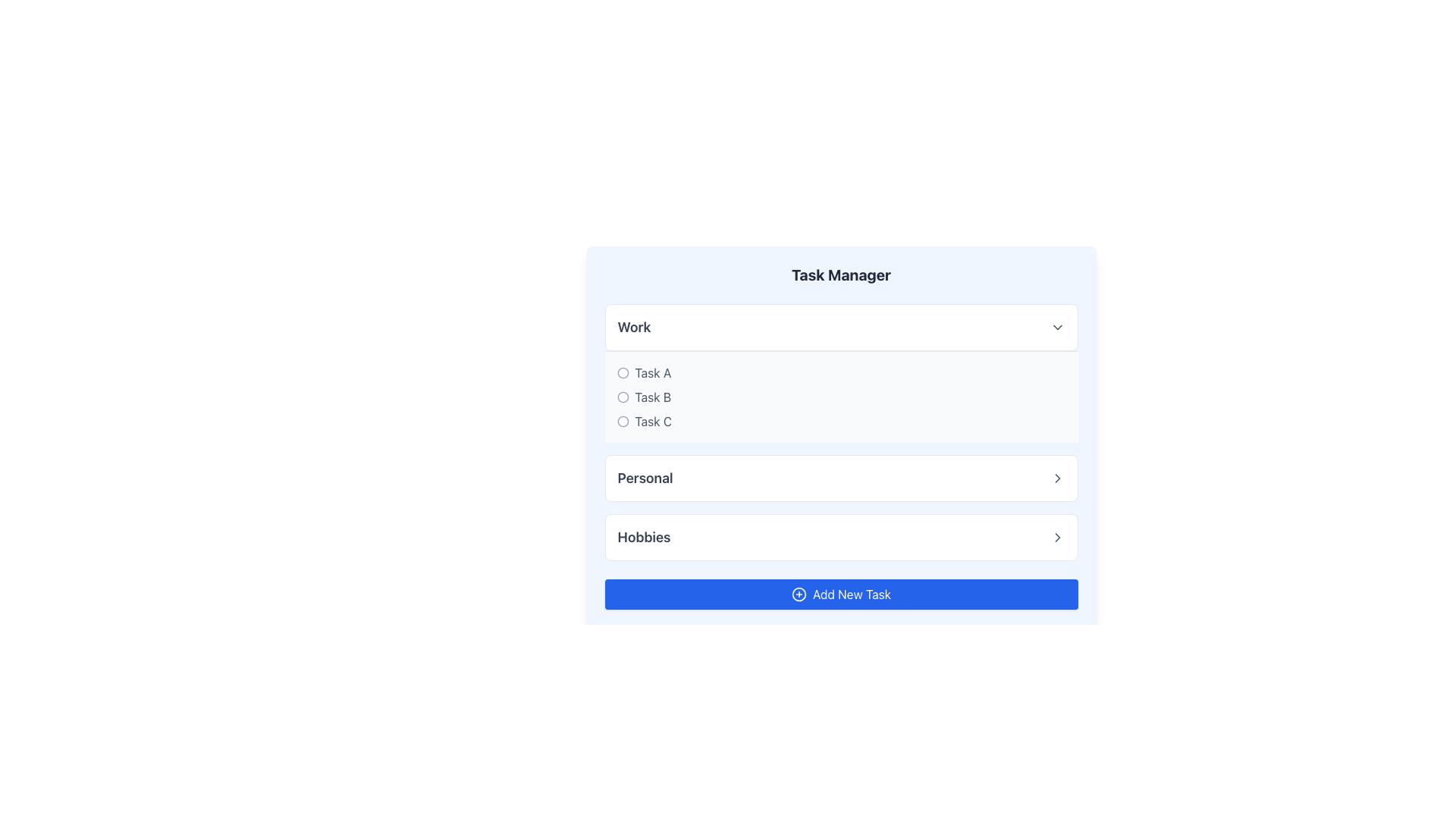 The height and width of the screenshot is (819, 1456). I want to click on the radio button, so click(623, 421).